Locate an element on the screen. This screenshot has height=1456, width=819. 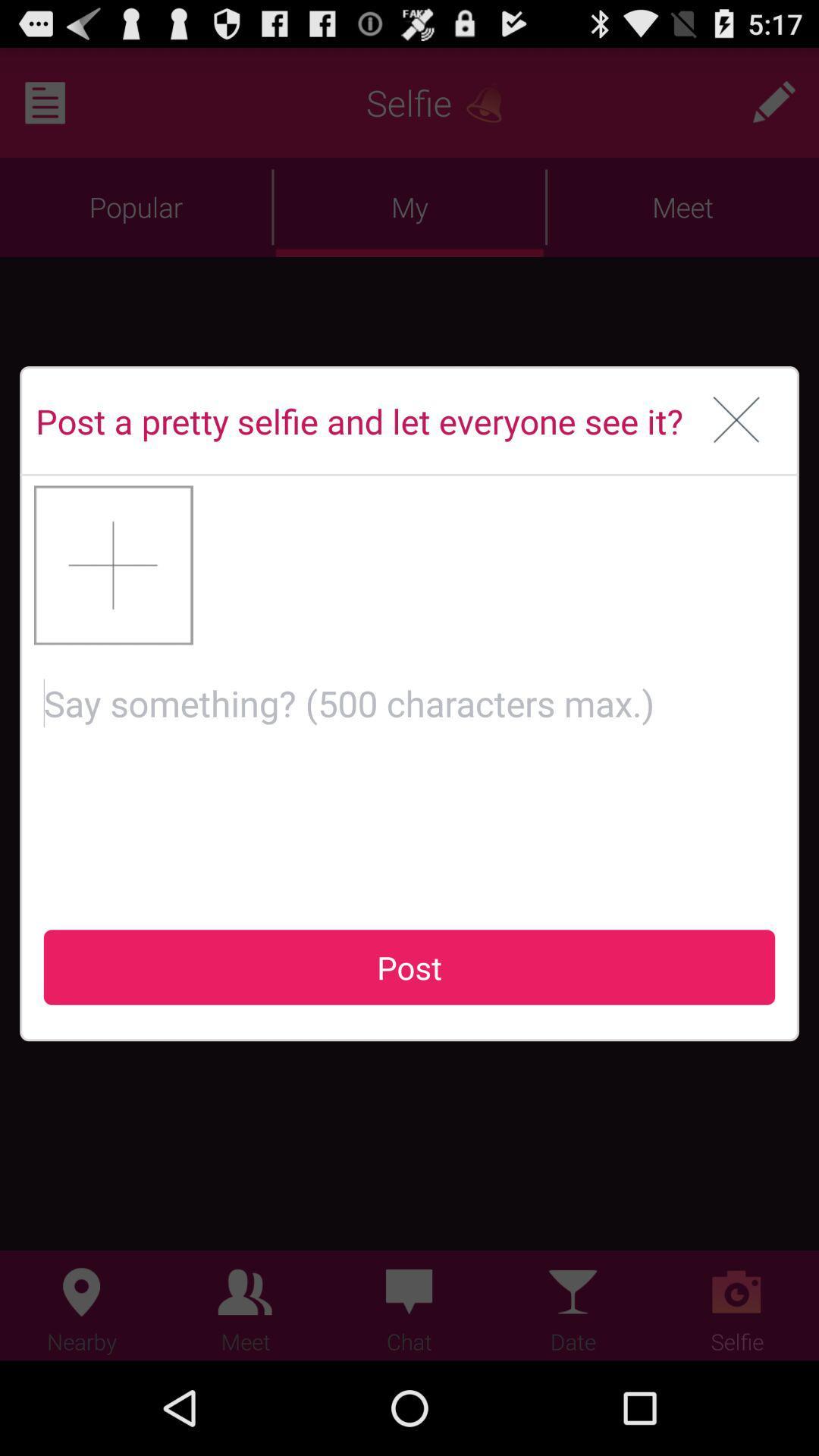
icon at the top right corner is located at coordinates (736, 421).